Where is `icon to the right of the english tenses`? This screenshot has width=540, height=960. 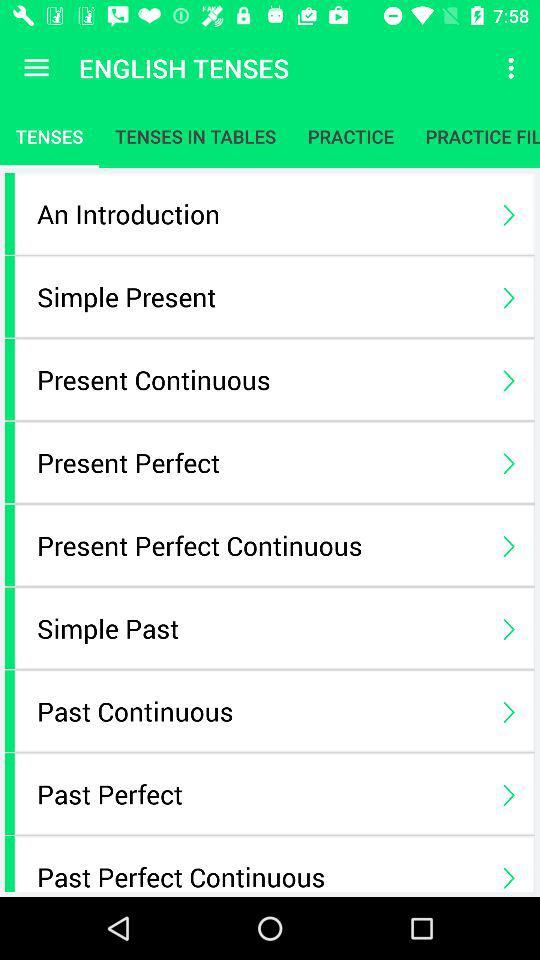
icon to the right of the english tenses is located at coordinates (513, 68).